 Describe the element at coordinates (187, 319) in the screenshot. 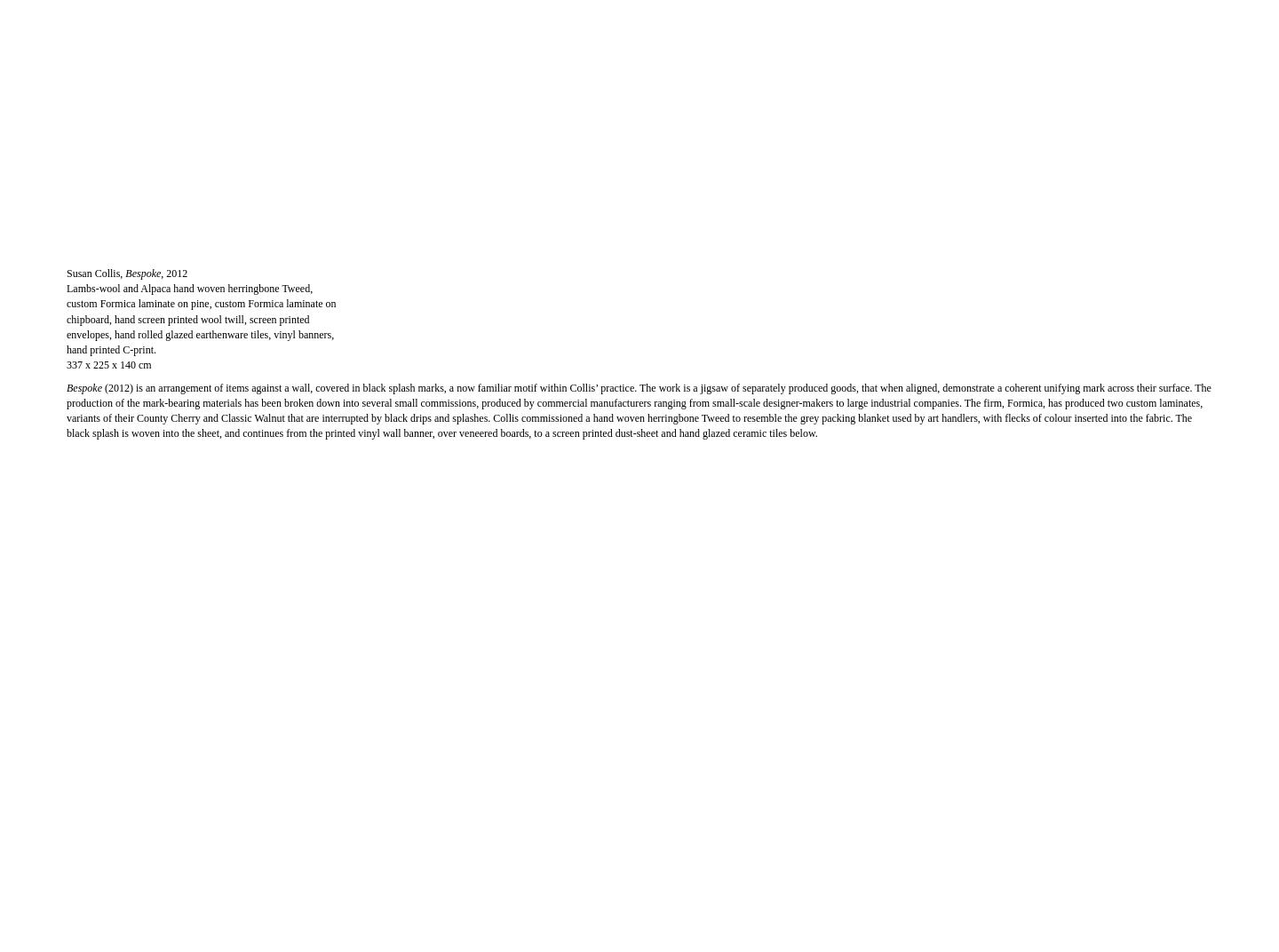

I see `'chipboard, hand screen printed wool twill, screen printed'` at that location.